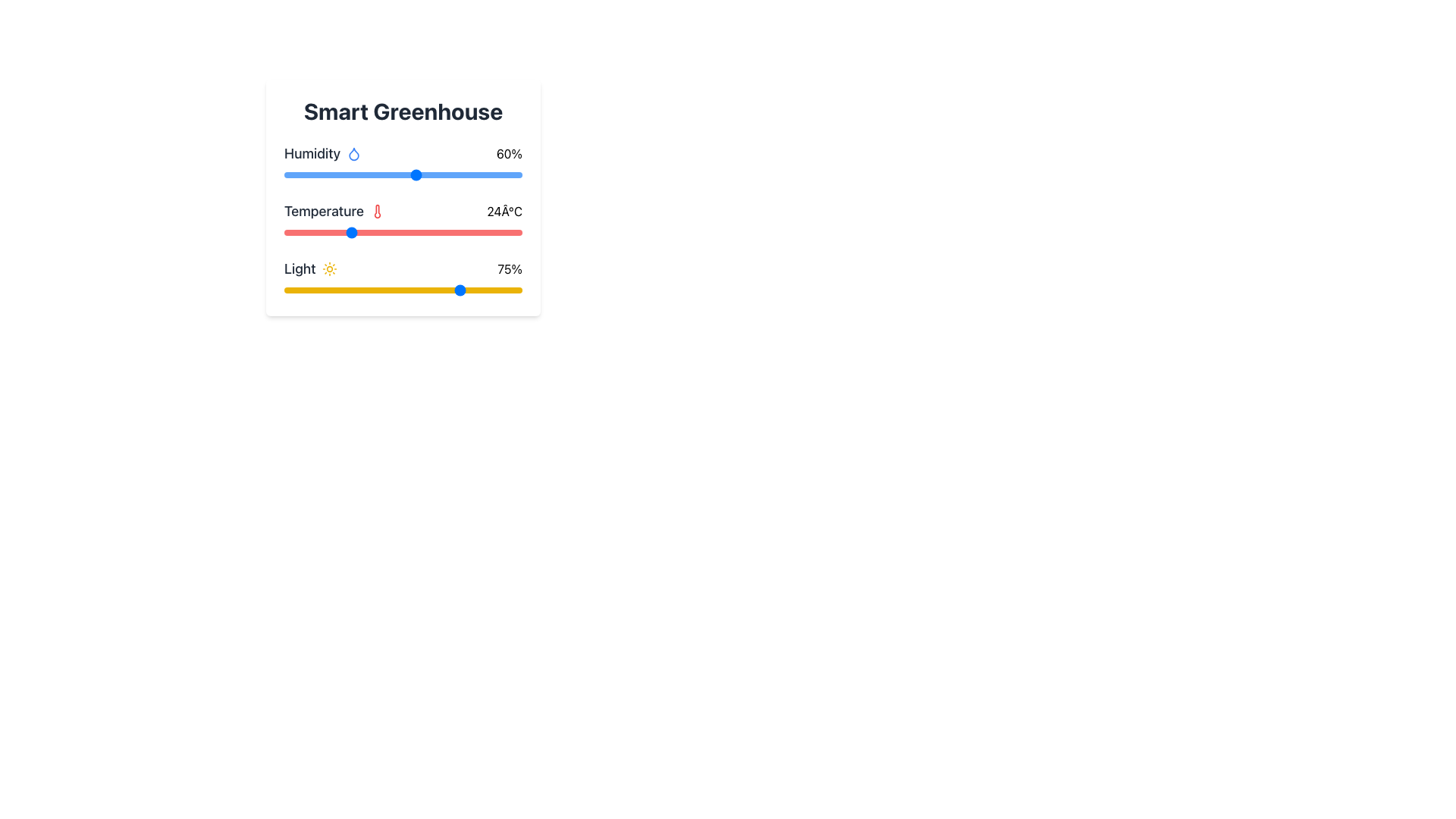 The height and width of the screenshot is (819, 1456). What do you see at coordinates (309, 268) in the screenshot?
I see `the Label with an icon that describes the light intensity data, located in the 'Smart Greenhouse' panel under 'Light 75%'` at bounding box center [309, 268].